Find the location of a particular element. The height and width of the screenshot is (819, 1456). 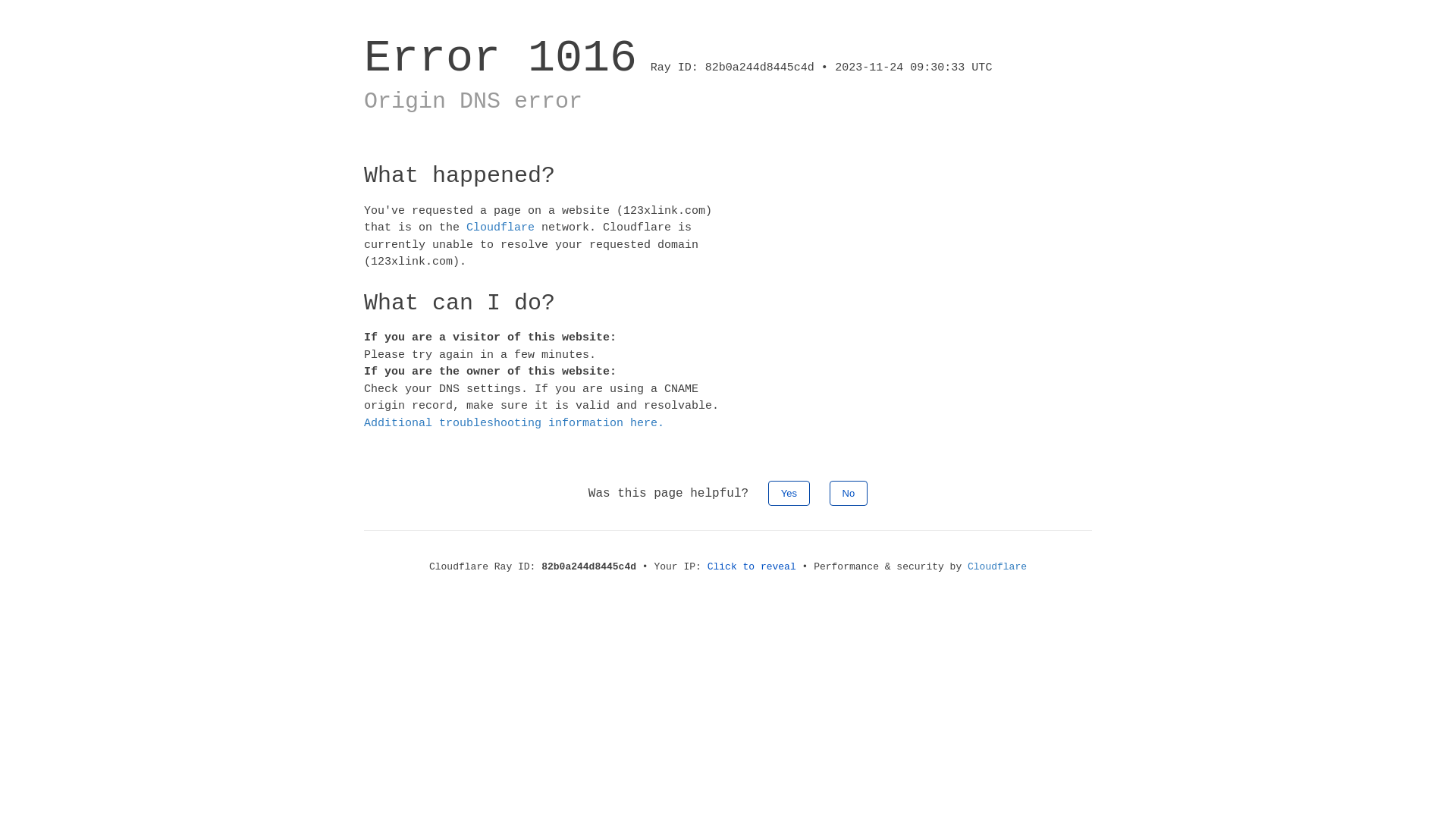

'Yes' is located at coordinates (789, 493).